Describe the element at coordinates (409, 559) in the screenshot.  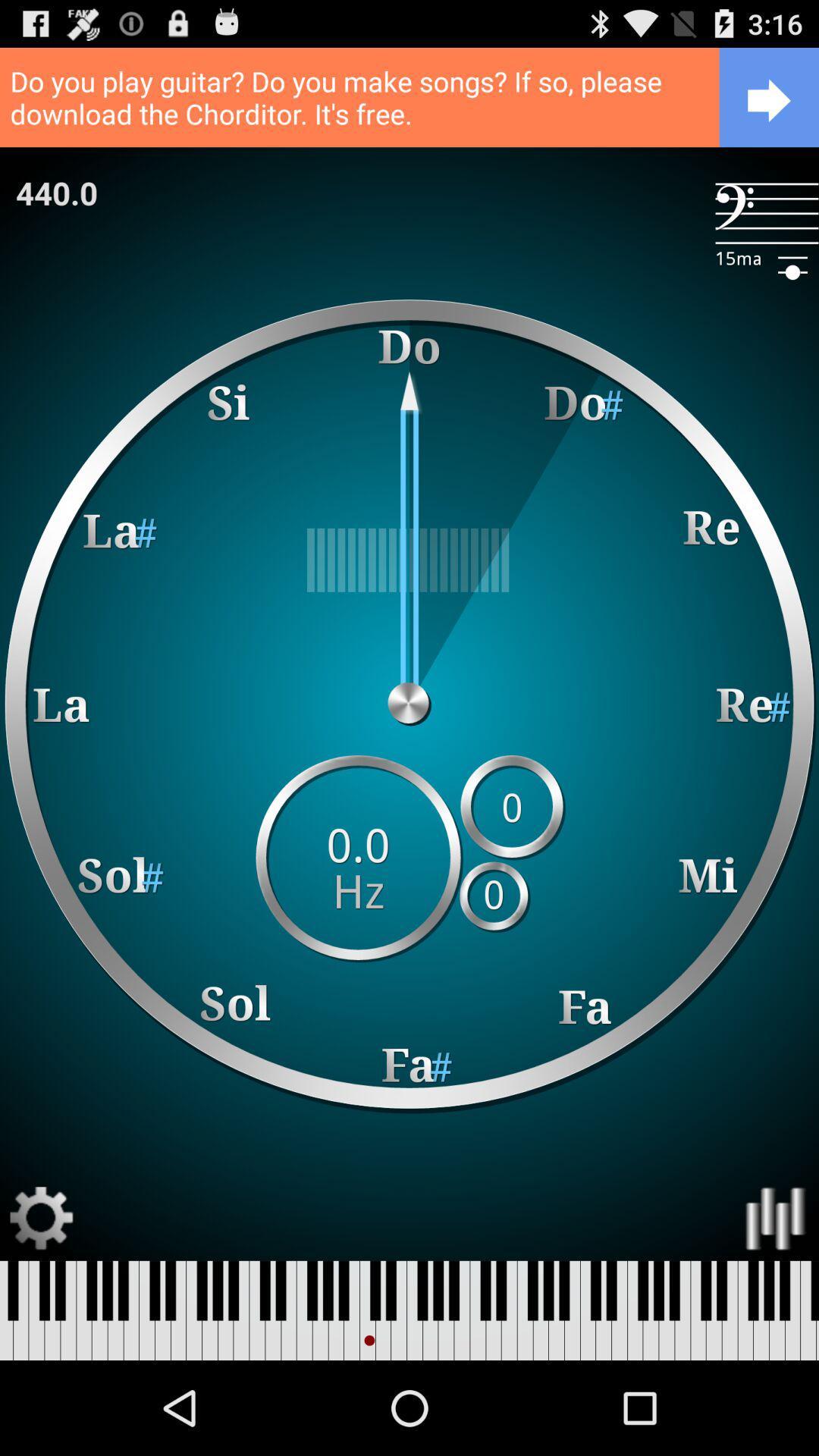
I see `icon below c a r app` at that location.